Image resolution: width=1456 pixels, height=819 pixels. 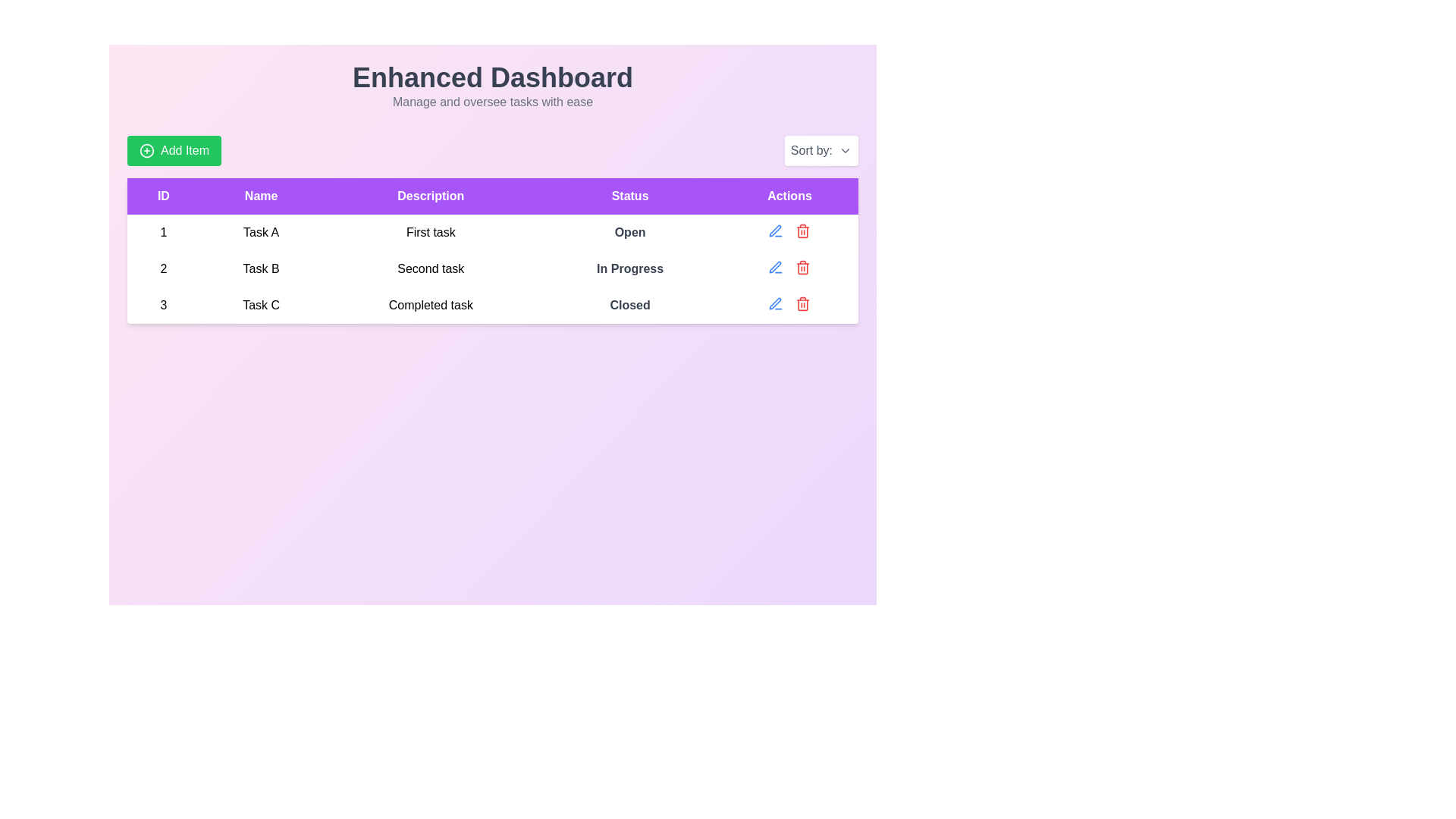 What do you see at coordinates (802, 305) in the screenshot?
I see `the larger rectangular shape representing the body of the trash can icon located in the 'Actions' column of the third row in the table` at bounding box center [802, 305].